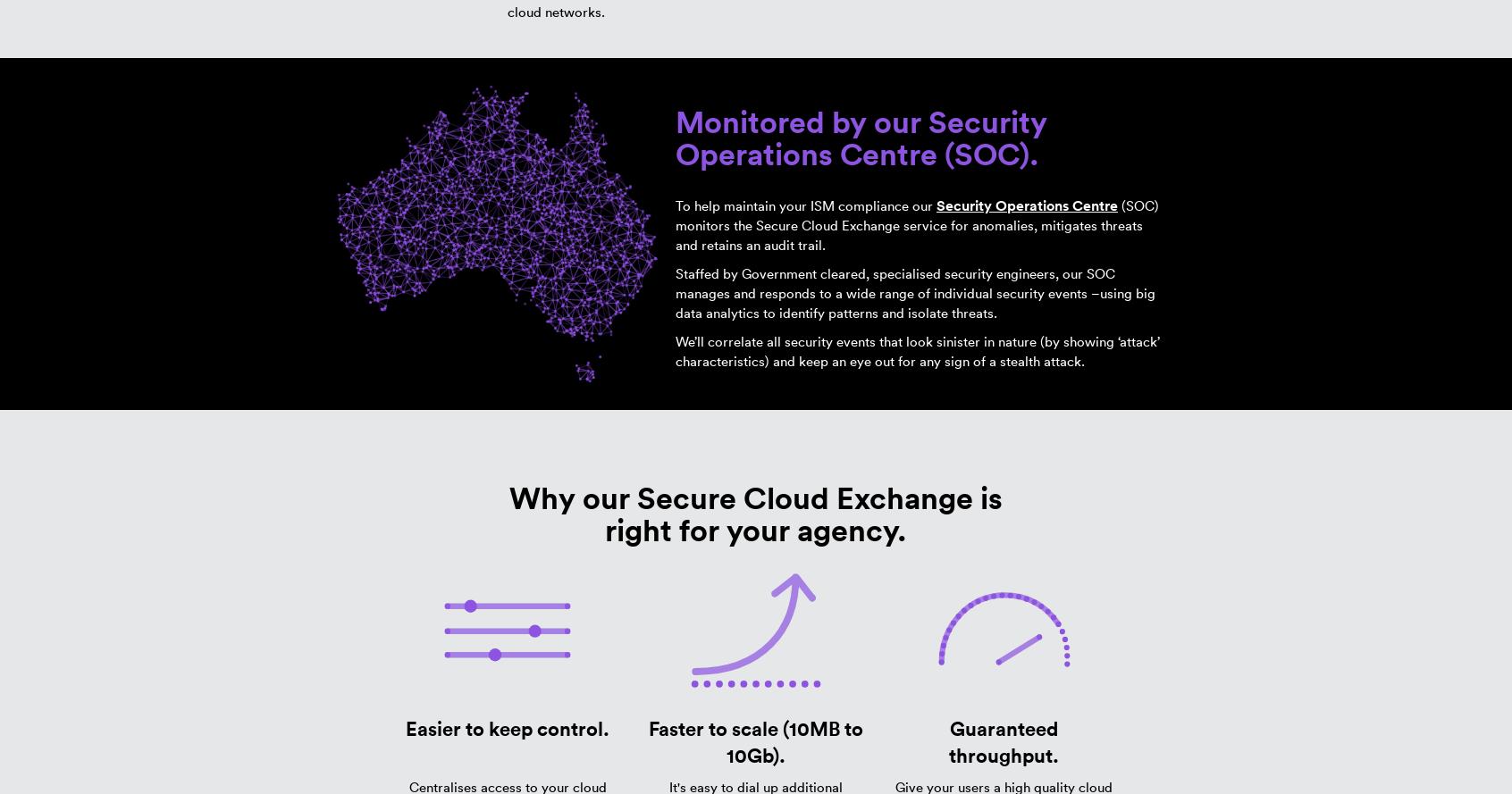  What do you see at coordinates (648, 740) in the screenshot?
I see `'Faster to scale (10MB to 10Gb).'` at bounding box center [648, 740].